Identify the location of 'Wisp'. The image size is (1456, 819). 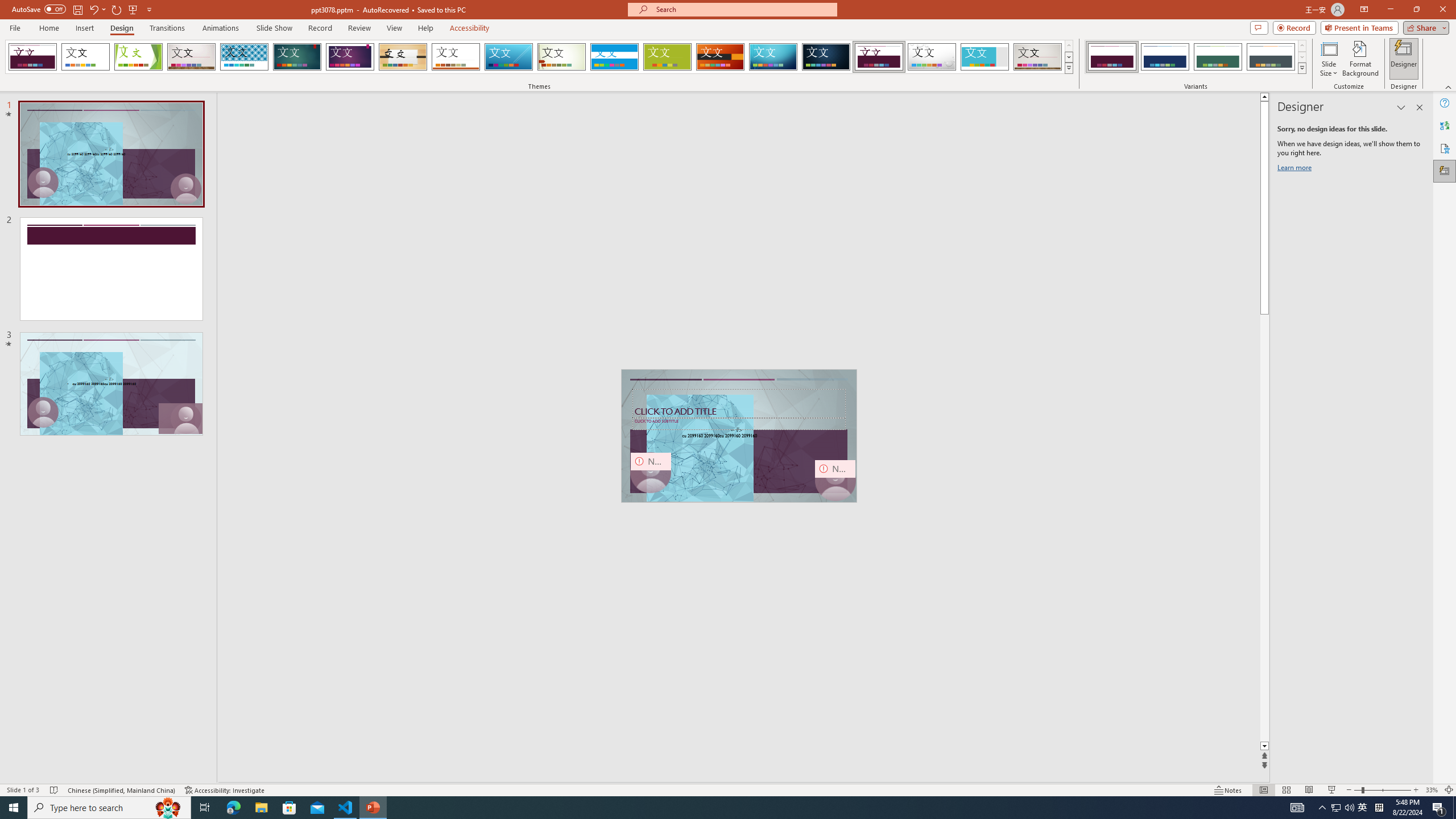
(561, 56).